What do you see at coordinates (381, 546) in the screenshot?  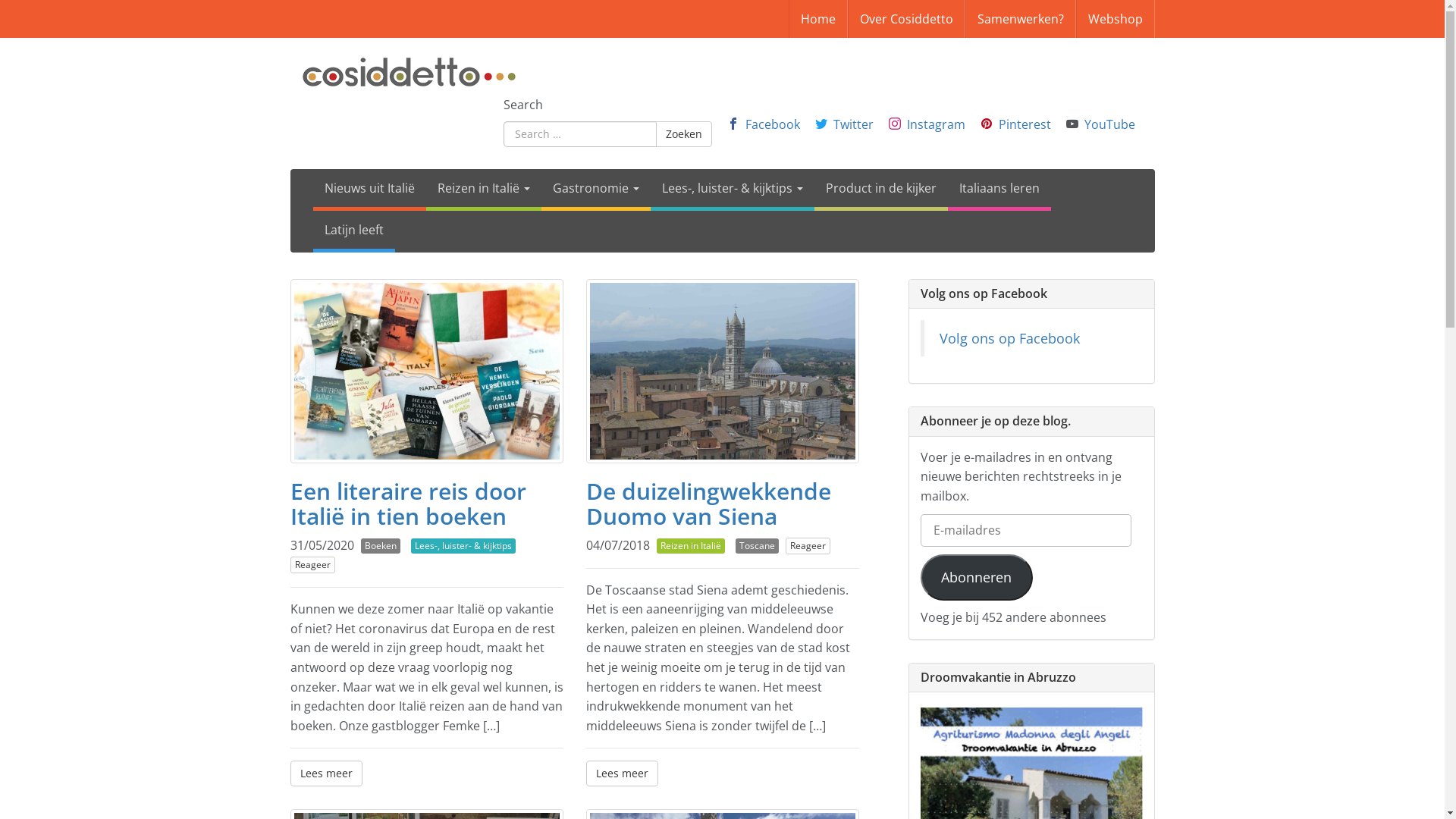 I see `'Boeken'` at bounding box center [381, 546].